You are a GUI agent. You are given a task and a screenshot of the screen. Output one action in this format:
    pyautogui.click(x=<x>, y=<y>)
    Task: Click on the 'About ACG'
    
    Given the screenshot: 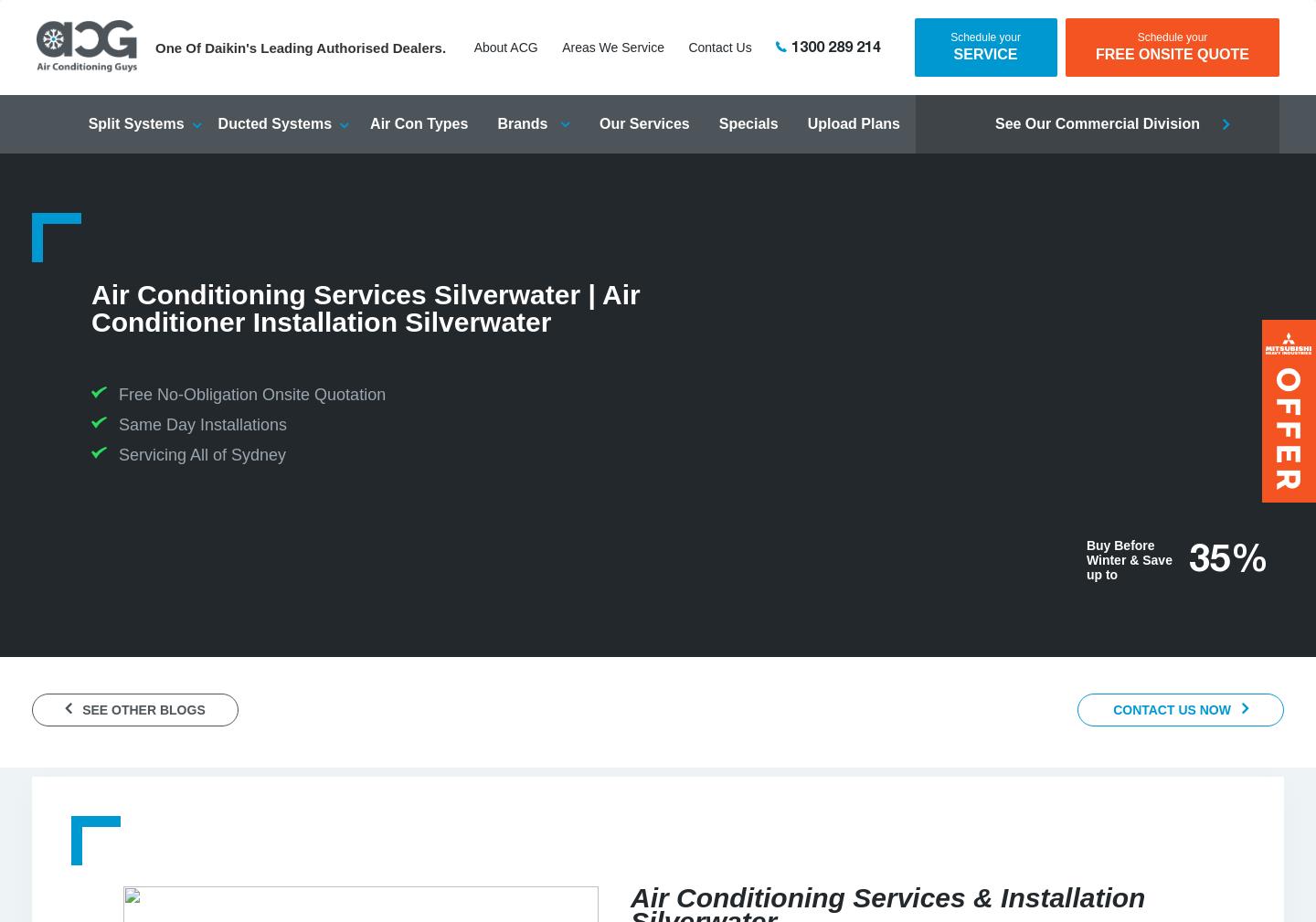 What is the action you would take?
    pyautogui.click(x=504, y=46)
    